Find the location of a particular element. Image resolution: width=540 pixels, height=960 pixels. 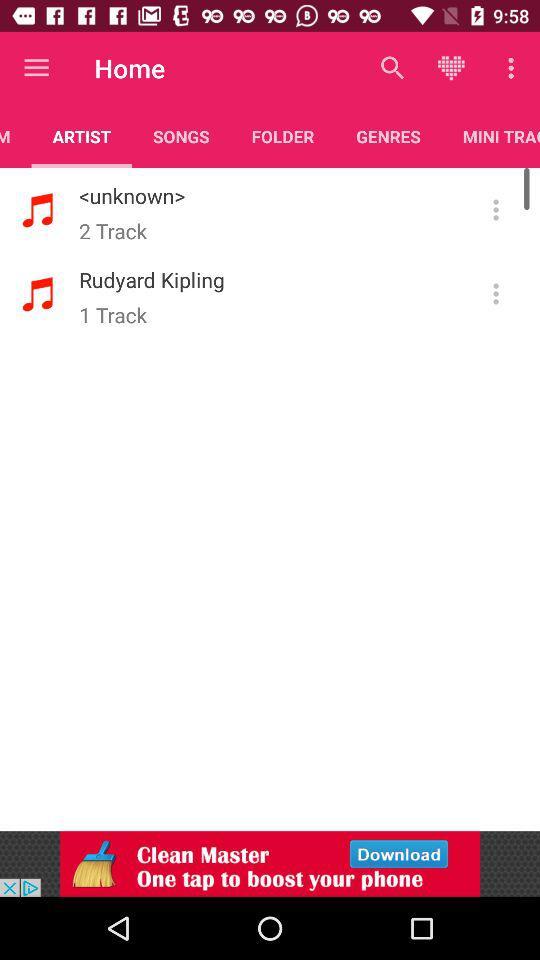

control button is located at coordinates (495, 293).